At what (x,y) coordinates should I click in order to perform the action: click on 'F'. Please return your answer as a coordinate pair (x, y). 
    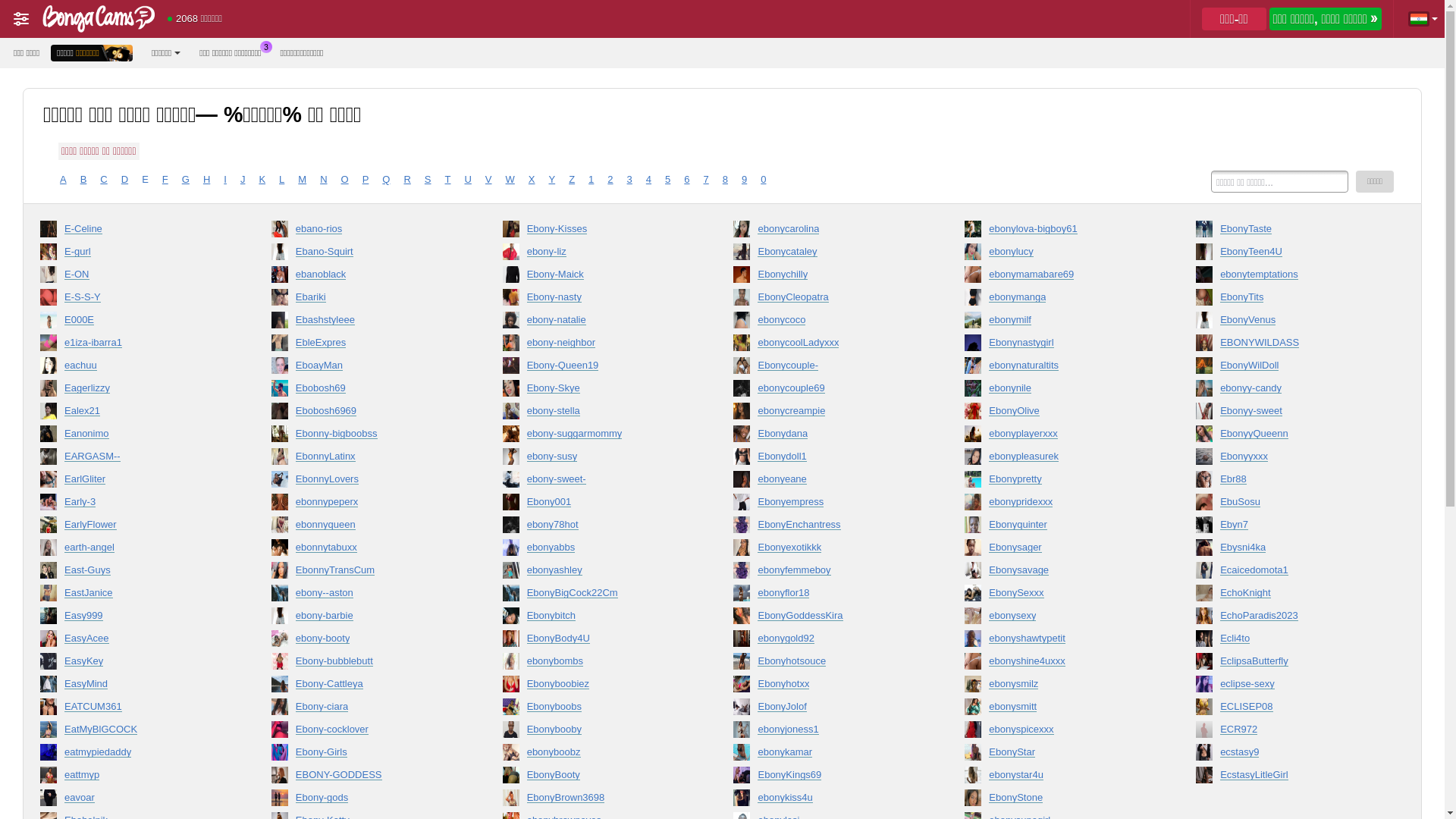
    Looking at the image, I should click on (165, 178).